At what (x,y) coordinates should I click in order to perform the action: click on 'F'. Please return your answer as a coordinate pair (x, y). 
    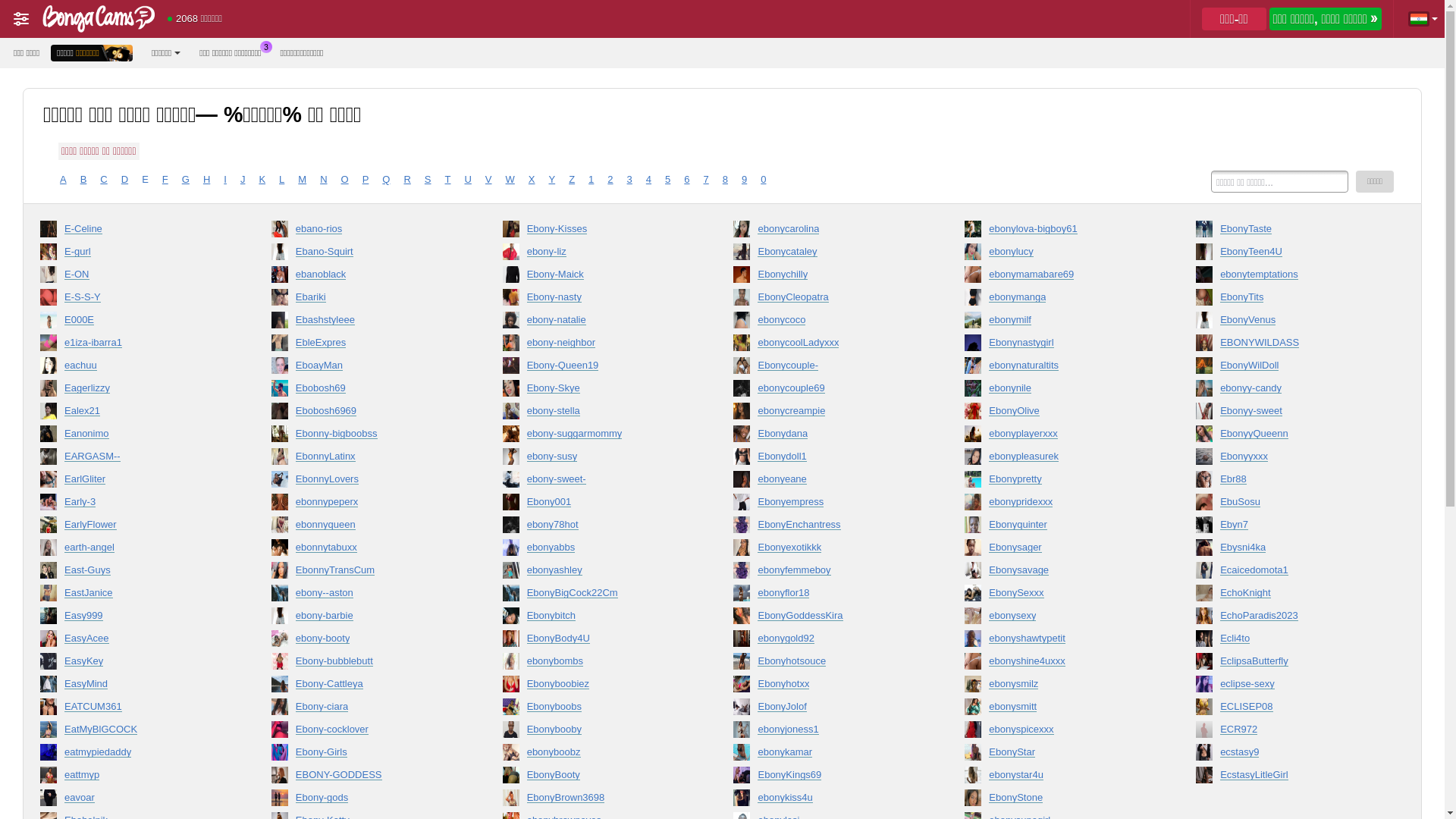
    Looking at the image, I should click on (165, 178).